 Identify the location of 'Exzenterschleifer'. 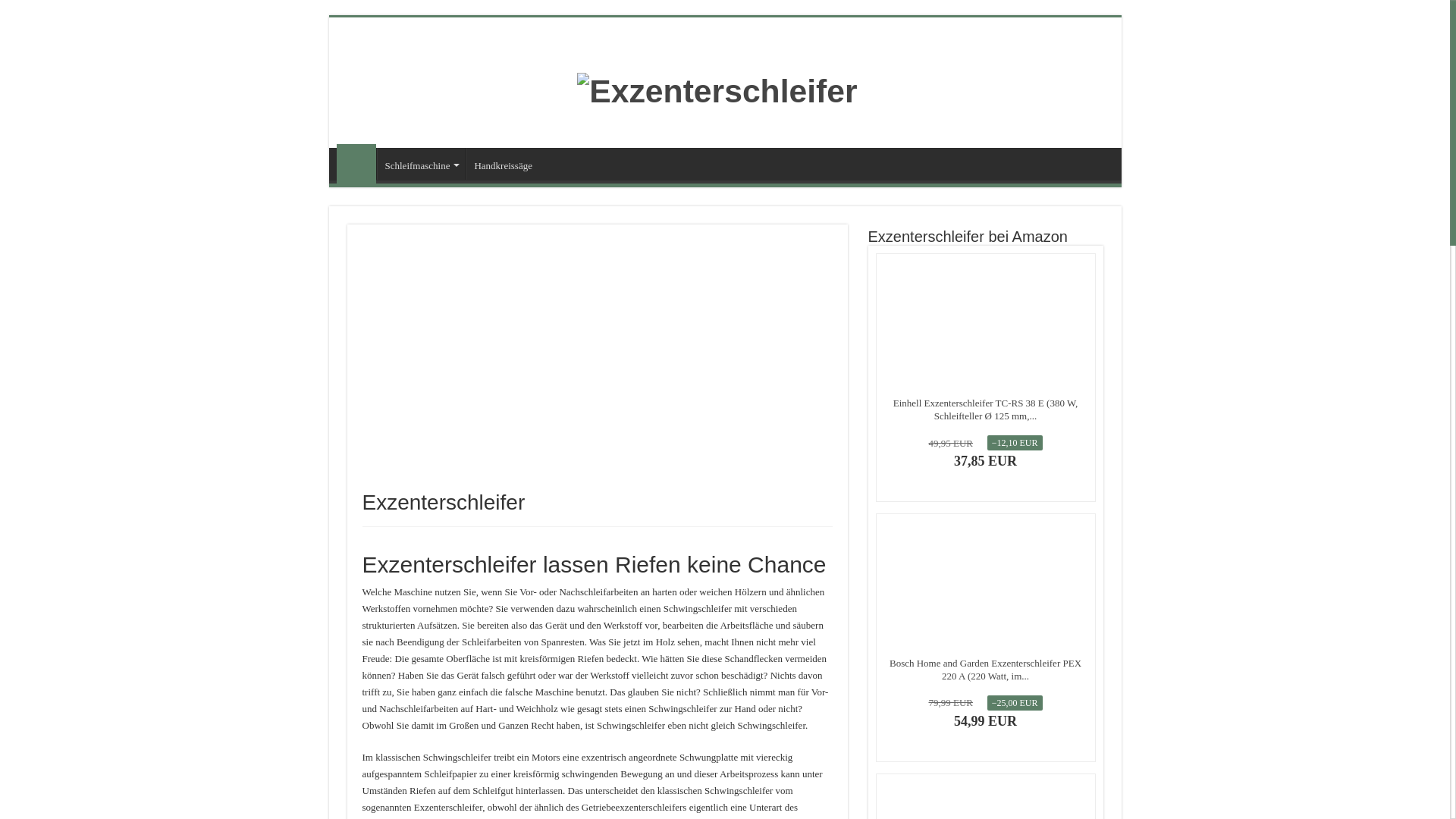
(356, 164).